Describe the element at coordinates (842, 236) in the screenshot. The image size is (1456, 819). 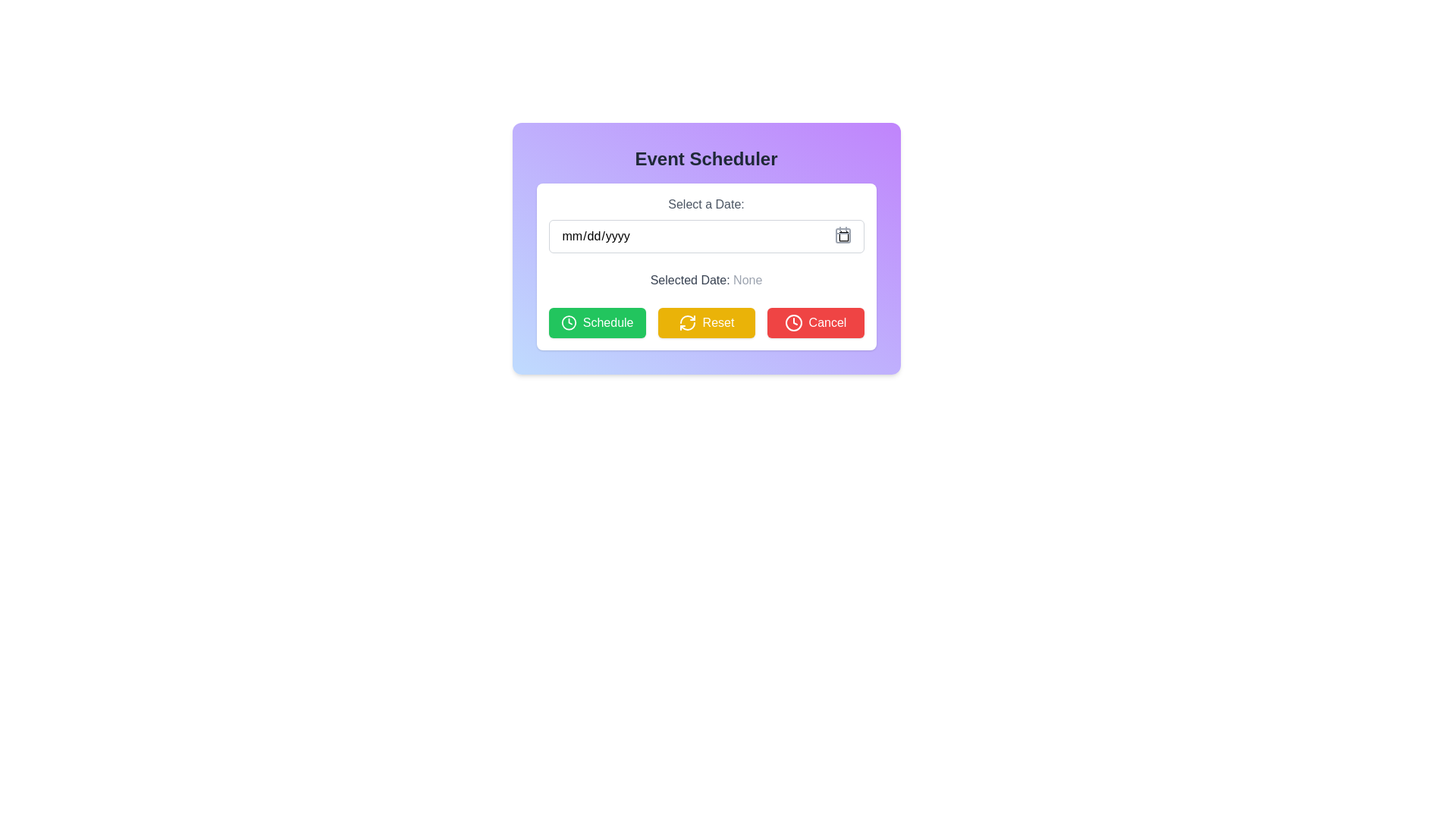
I see `the calendar icon element, which is a rectangular shape with softened corners, white background, and outlined border, located at the far right of the 'Select a Date' input field in the event scheduler interface` at that location.